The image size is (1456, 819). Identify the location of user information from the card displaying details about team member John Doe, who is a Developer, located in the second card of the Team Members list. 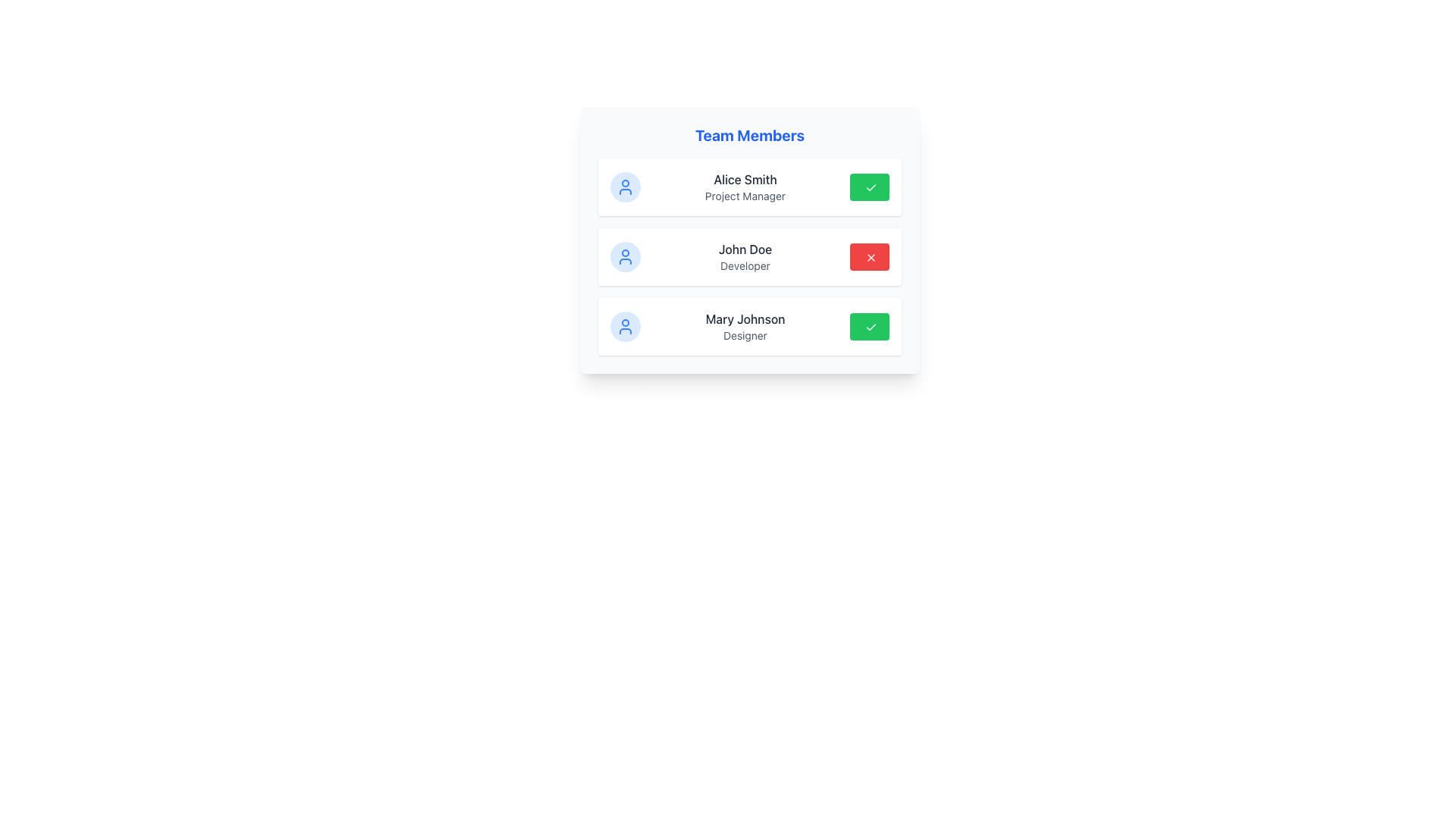
(749, 239).